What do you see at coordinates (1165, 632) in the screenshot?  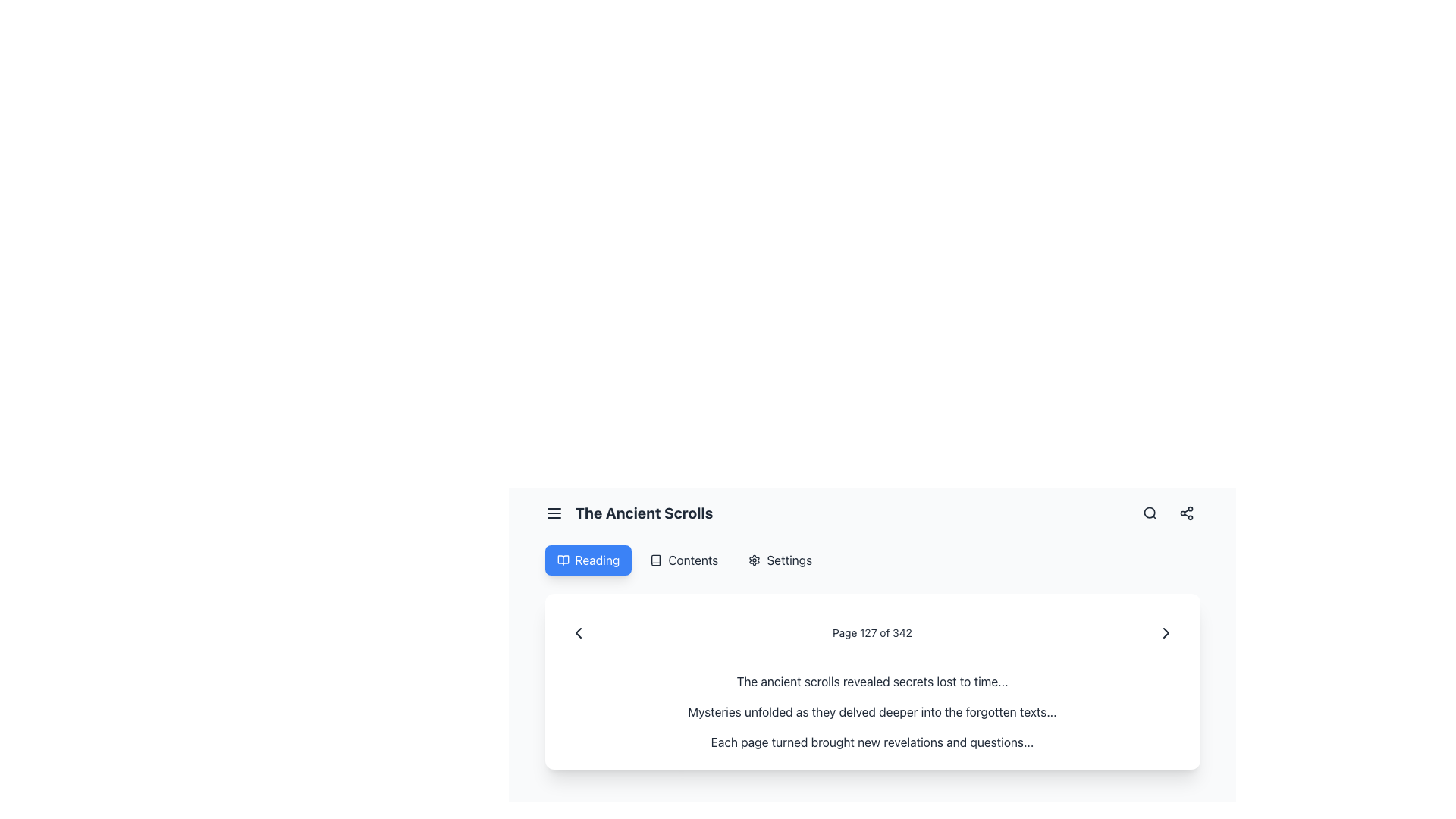 I see `the circular button with a right-pointing arrow located at the far right side of the 'Page 127 of 342' summary section` at bounding box center [1165, 632].